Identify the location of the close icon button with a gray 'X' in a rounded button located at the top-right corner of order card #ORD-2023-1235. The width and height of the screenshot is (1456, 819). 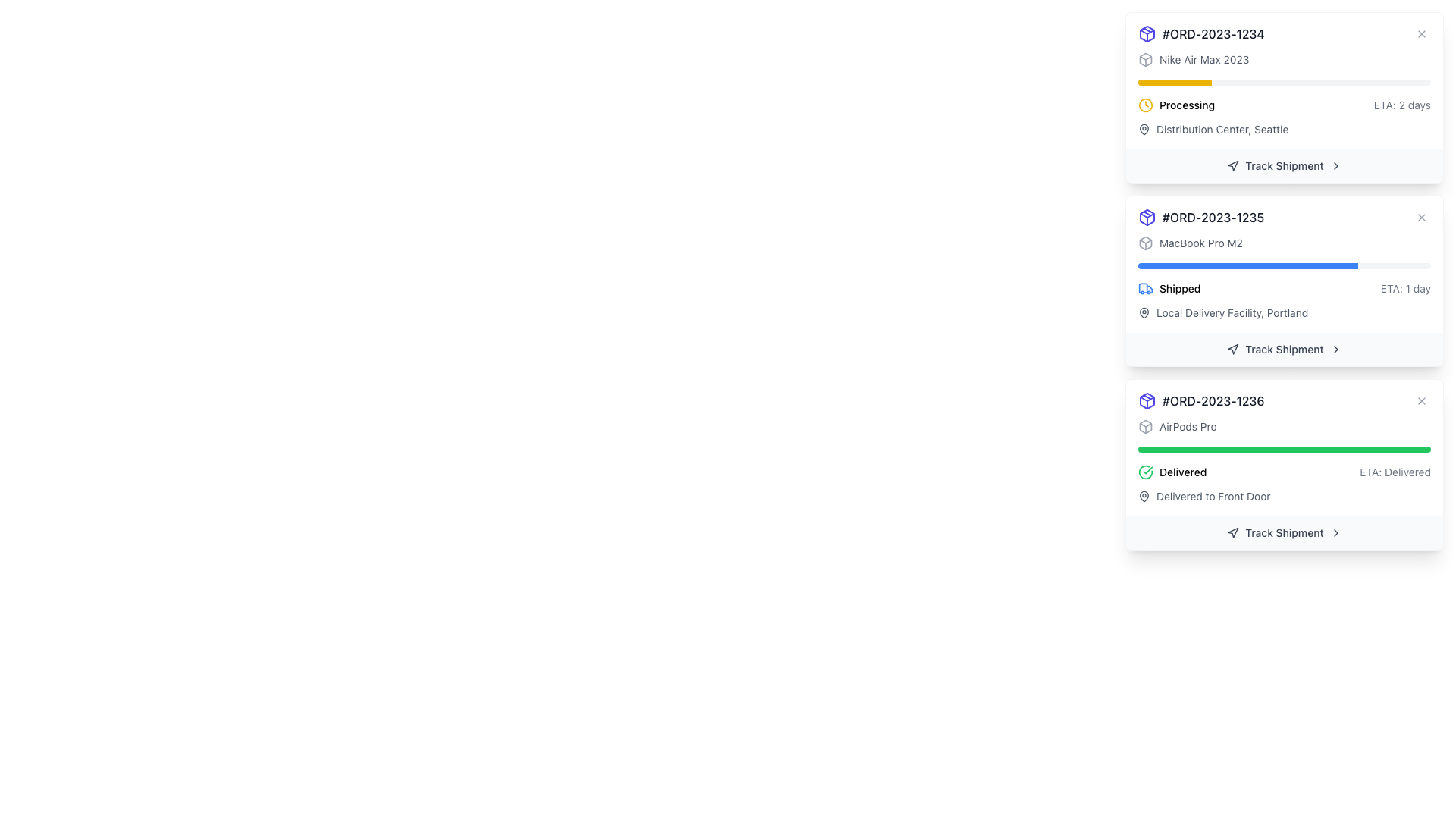
(1421, 217).